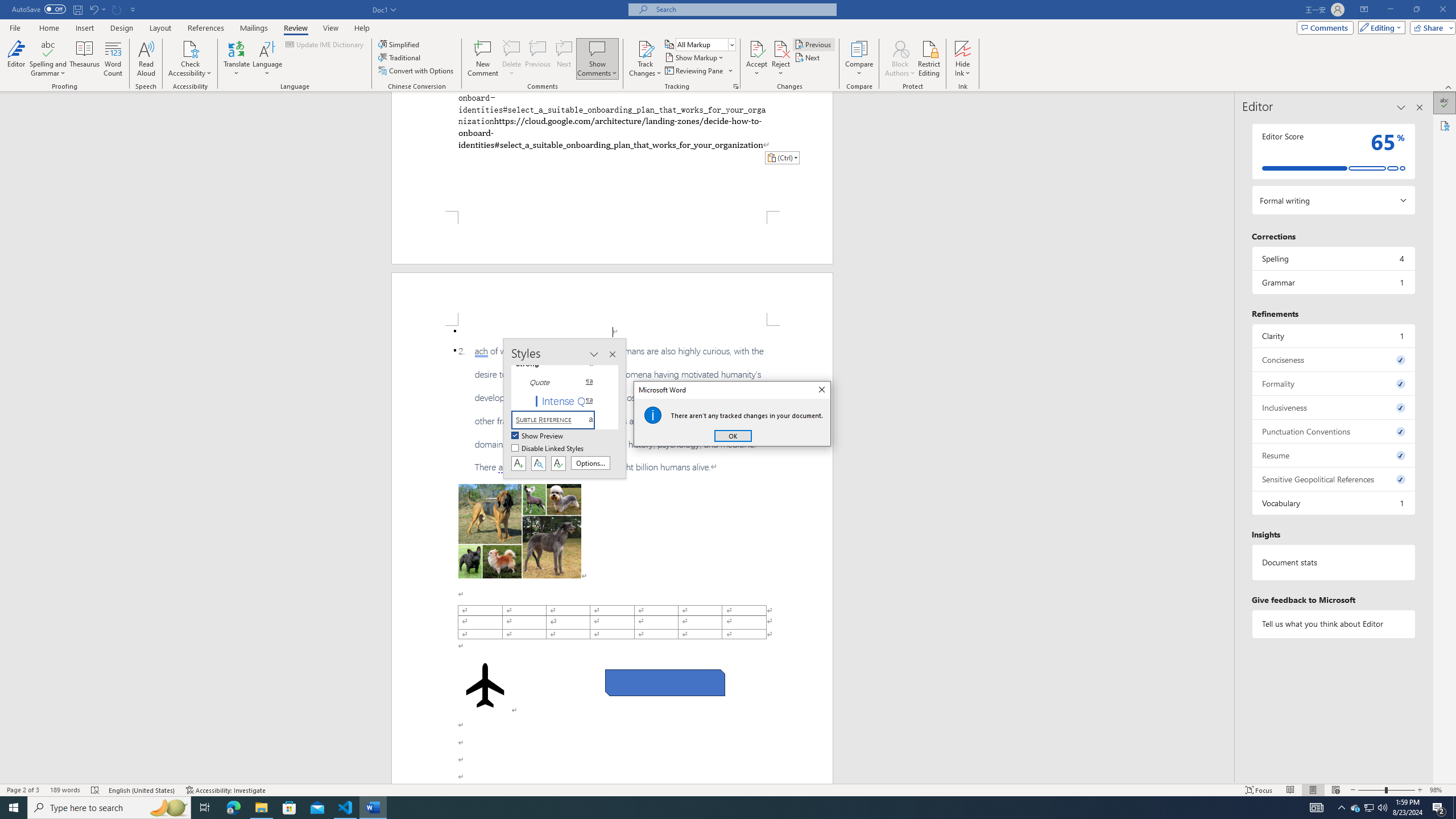 This screenshot has width=1456, height=819. What do you see at coordinates (929, 59) in the screenshot?
I see `'Restrict Editing'` at bounding box center [929, 59].